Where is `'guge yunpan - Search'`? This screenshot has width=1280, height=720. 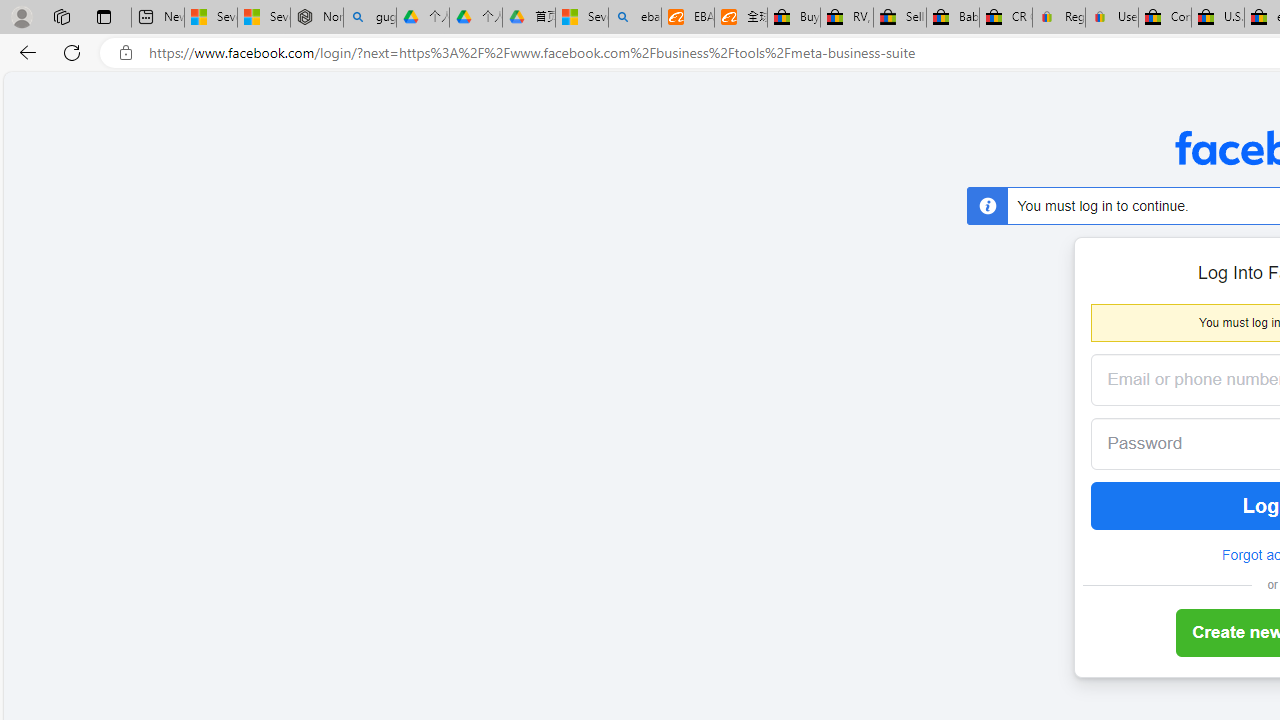
'guge yunpan - Search' is located at coordinates (369, 17).